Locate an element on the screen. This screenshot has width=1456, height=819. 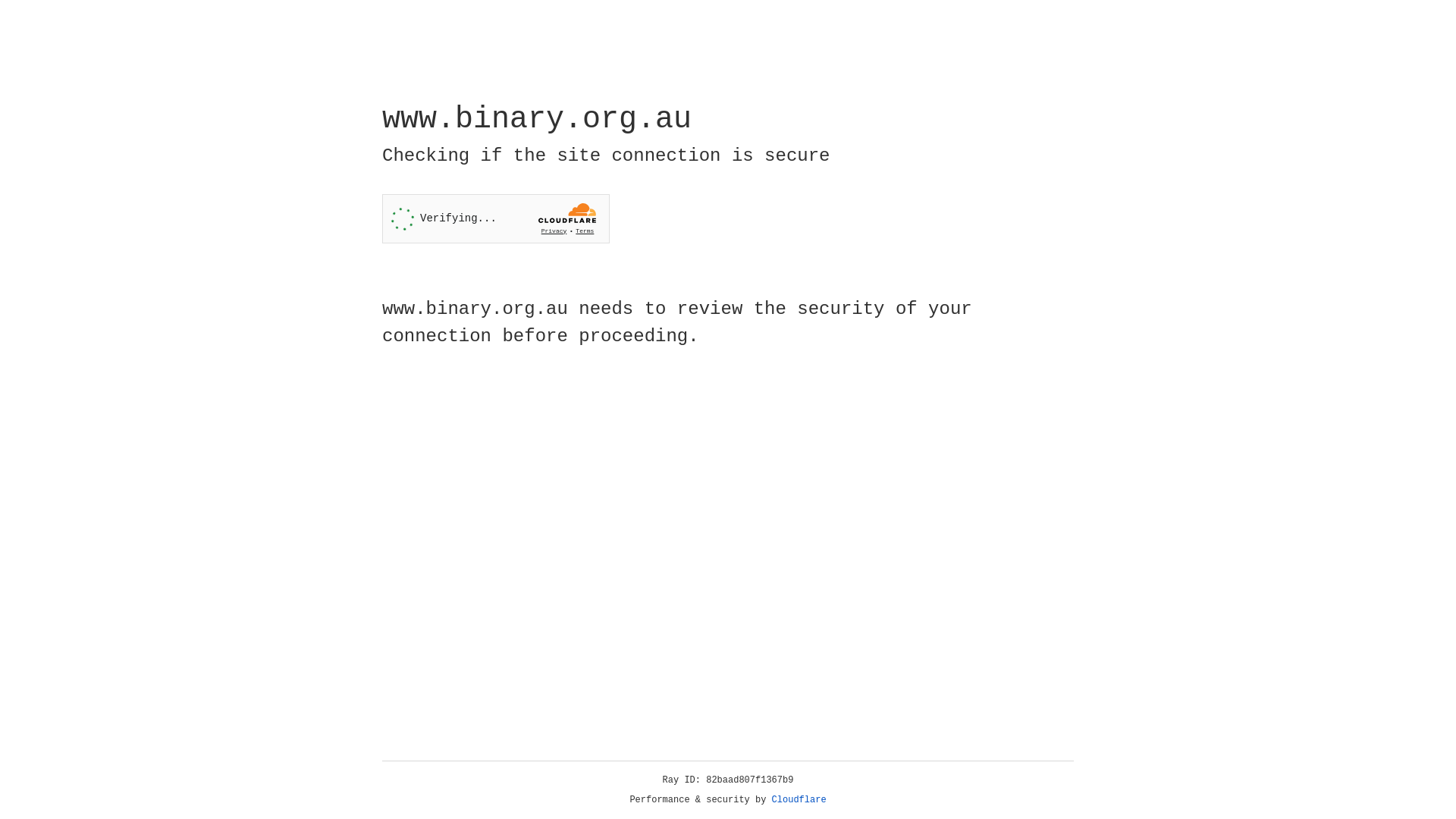
'Widget containing a Cloudflare security challenge' is located at coordinates (495, 218).